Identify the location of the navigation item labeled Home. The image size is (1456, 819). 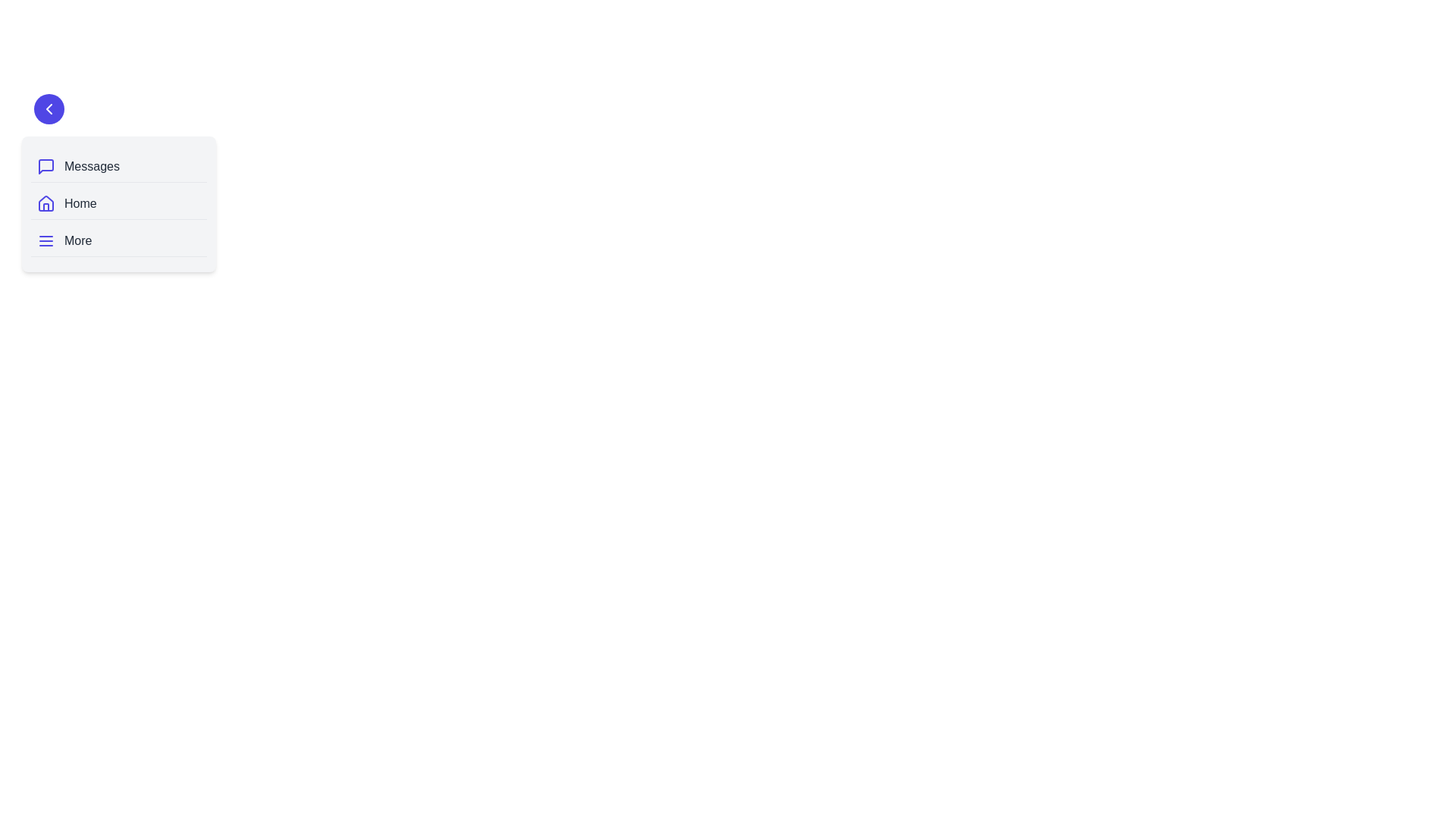
(118, 203).